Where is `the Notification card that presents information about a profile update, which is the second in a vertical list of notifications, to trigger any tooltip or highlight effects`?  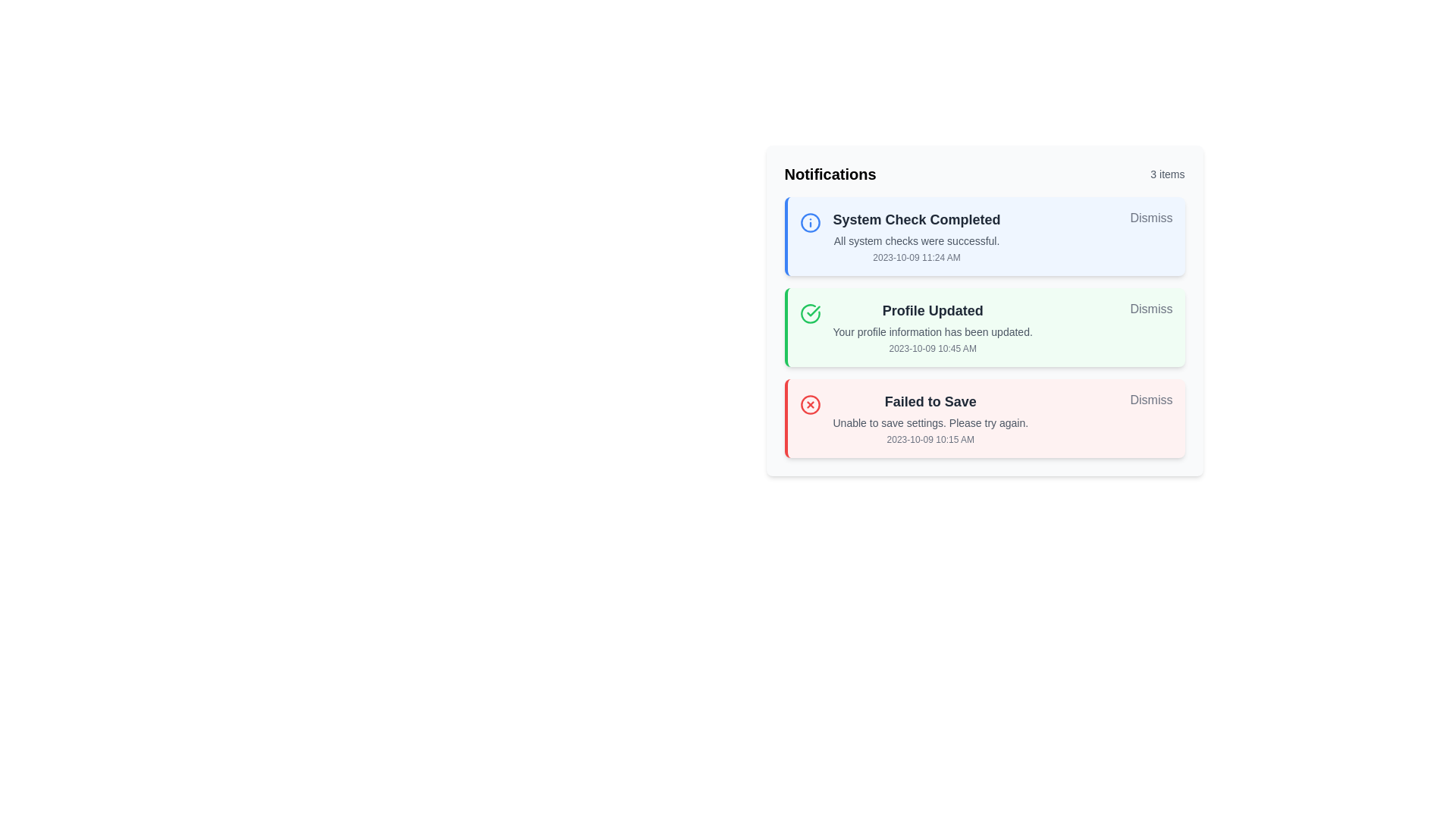
the Notification card that presents information about a profile update, which is the second in a vertical list of notifications, to trigger any tooltip or highlight effects is located at coordinates (984, 327).